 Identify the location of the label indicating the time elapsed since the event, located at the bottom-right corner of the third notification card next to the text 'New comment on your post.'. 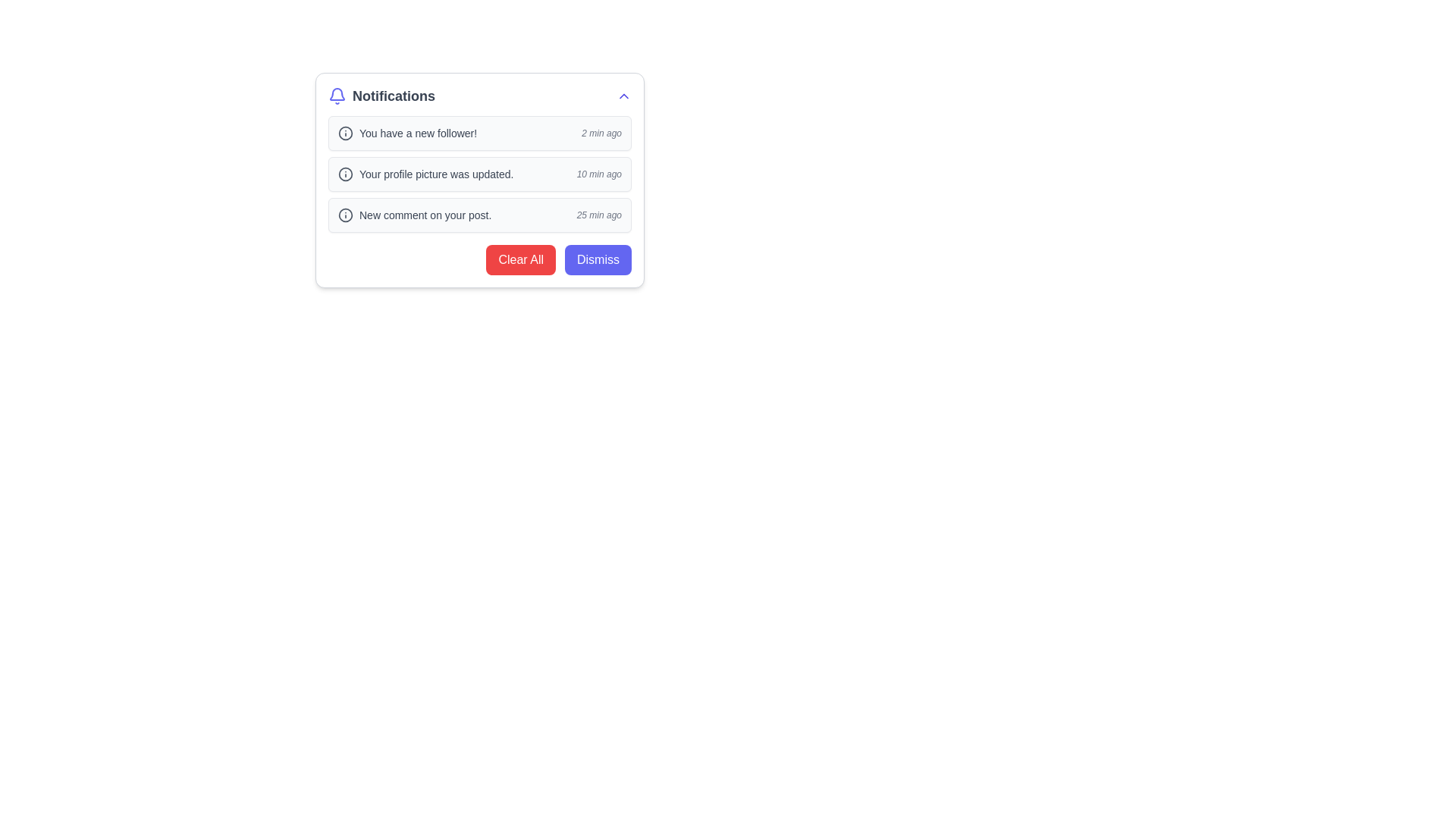
(598, 215).